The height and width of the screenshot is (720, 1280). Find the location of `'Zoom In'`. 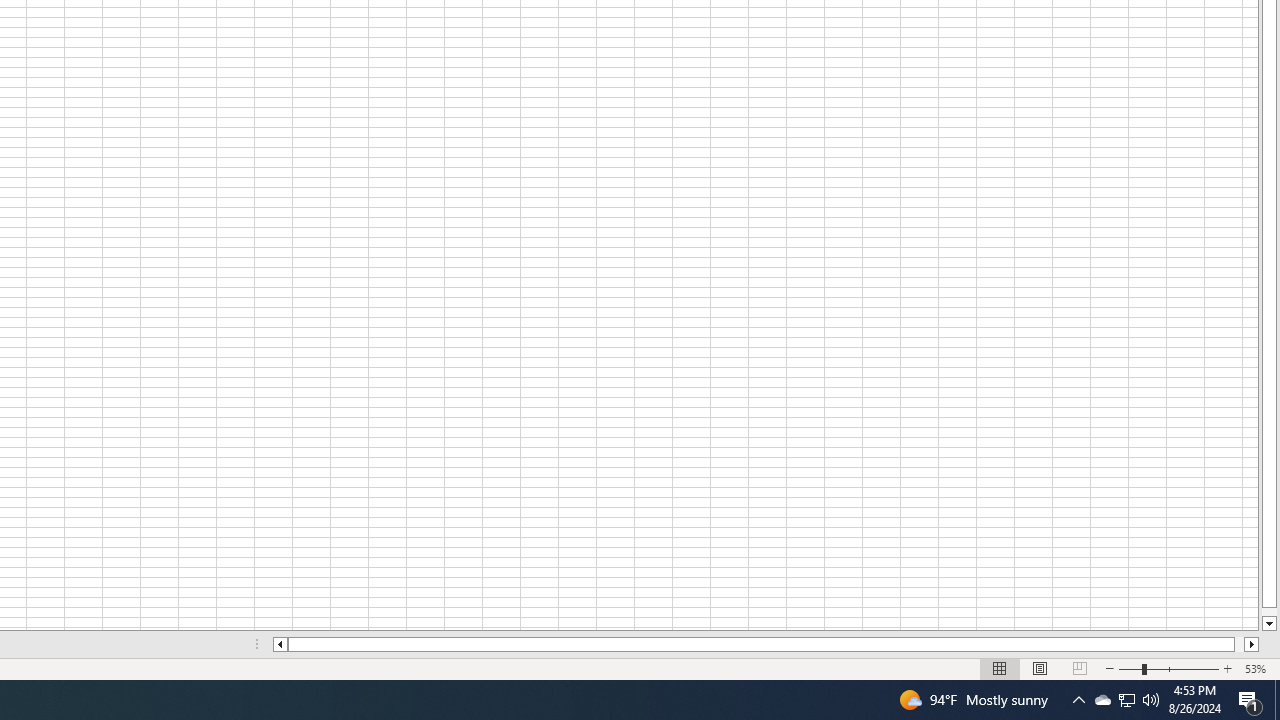

'Zoom In' is located at coordinates (1226, 669).